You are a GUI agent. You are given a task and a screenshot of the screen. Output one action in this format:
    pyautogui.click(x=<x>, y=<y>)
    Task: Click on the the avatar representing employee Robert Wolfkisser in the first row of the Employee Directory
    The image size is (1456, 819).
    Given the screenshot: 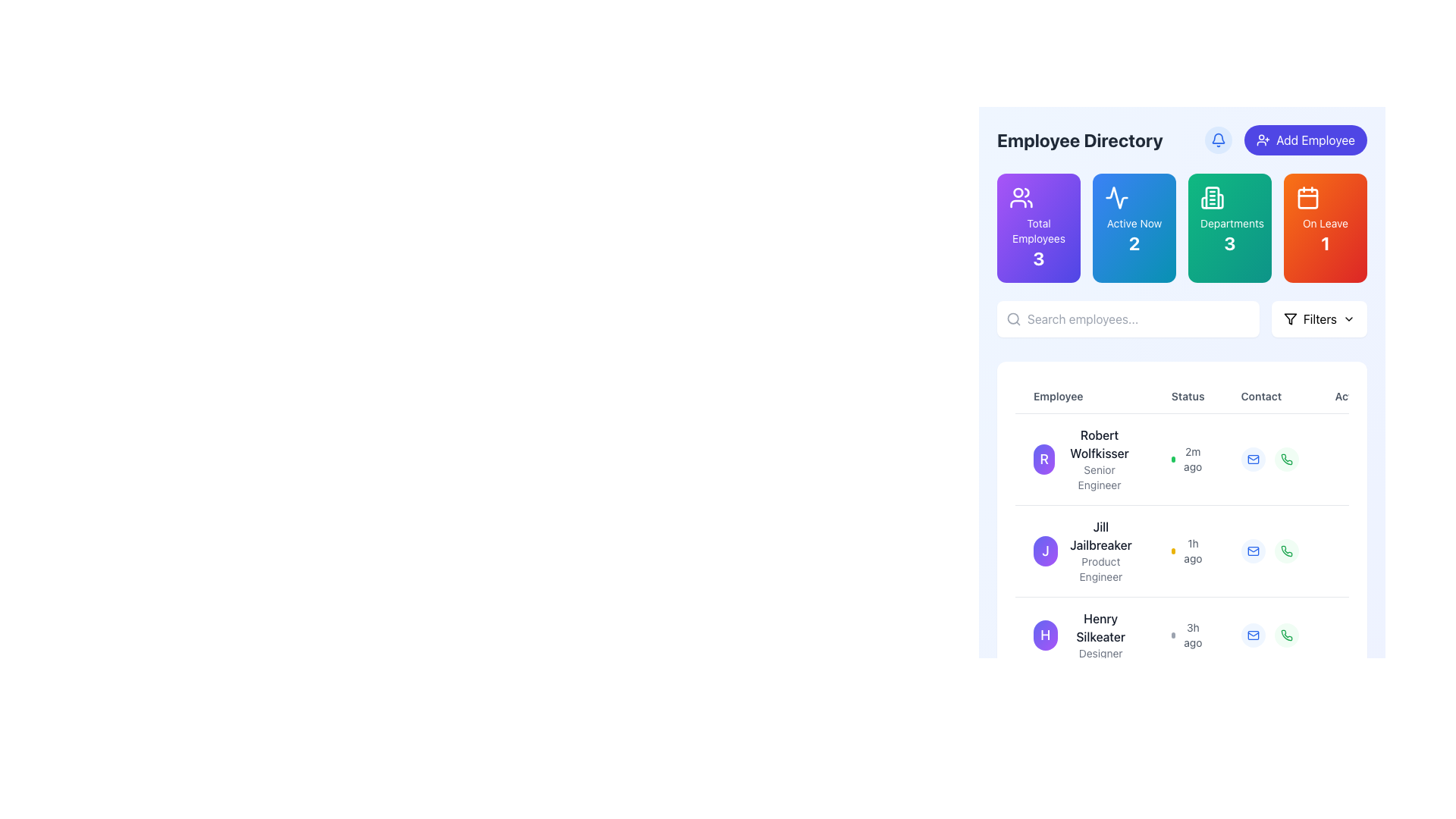 What is the action you would take?
    pyautogui.click(x=1043, y=458)
    